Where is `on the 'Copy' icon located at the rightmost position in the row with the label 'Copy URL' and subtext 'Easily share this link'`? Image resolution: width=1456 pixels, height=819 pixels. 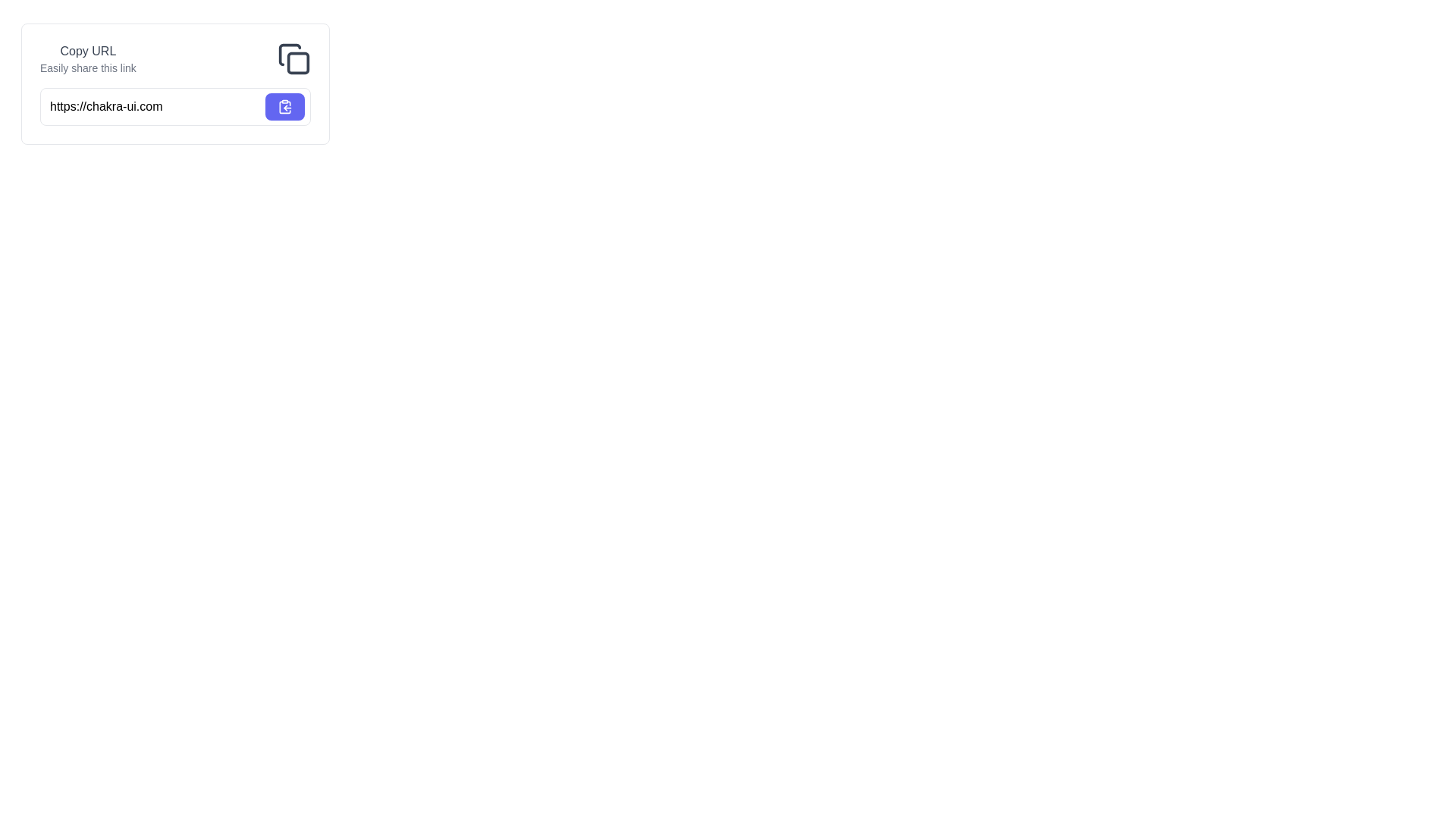 on the 'Copy' icon located at the rightmost position in the row with the label 'Copy URL' and subtext 'Easily share this link' is located at coordinates (294, 58).